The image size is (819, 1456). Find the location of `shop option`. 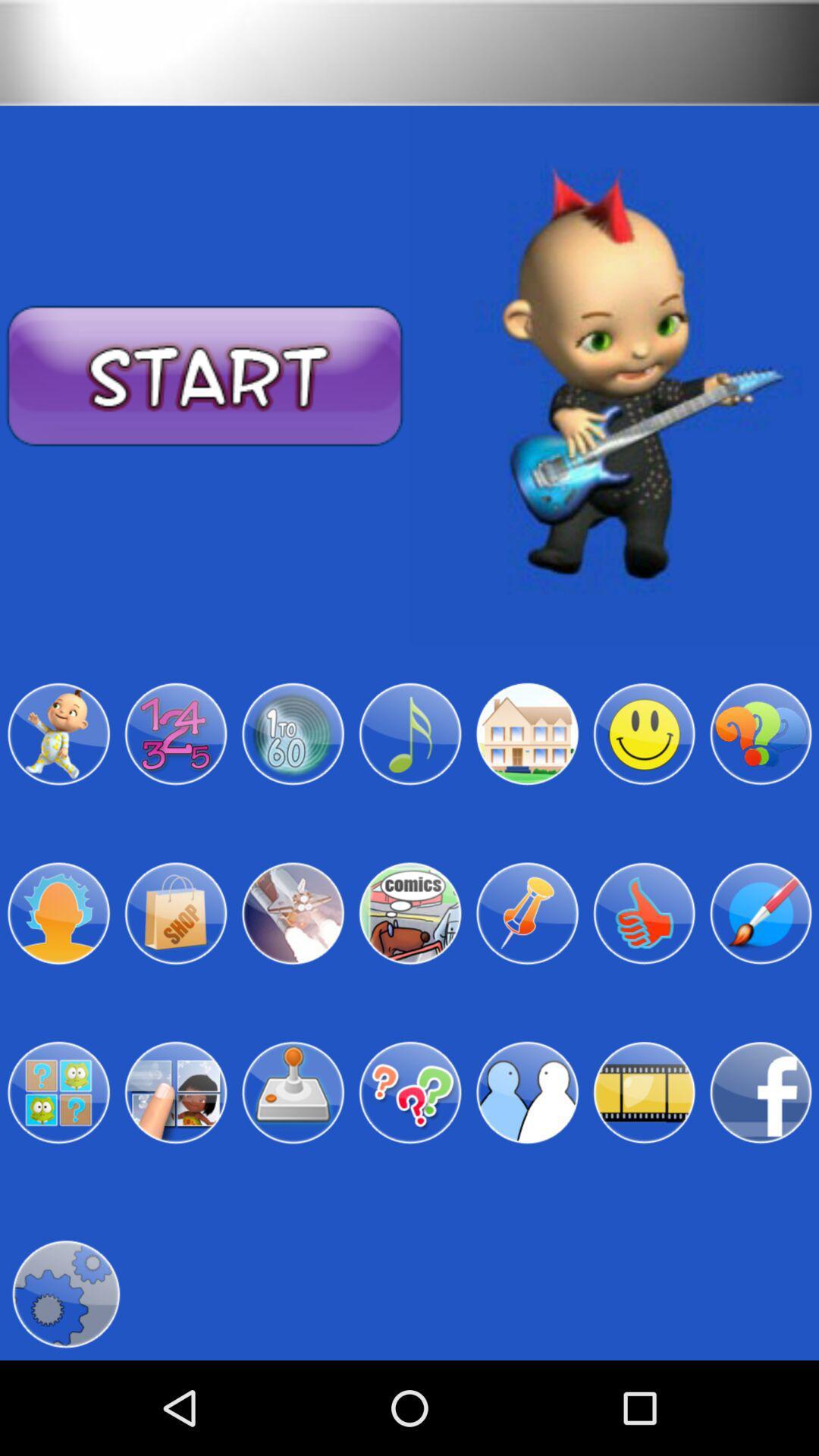

shop option is located at coordinates (174, 912).